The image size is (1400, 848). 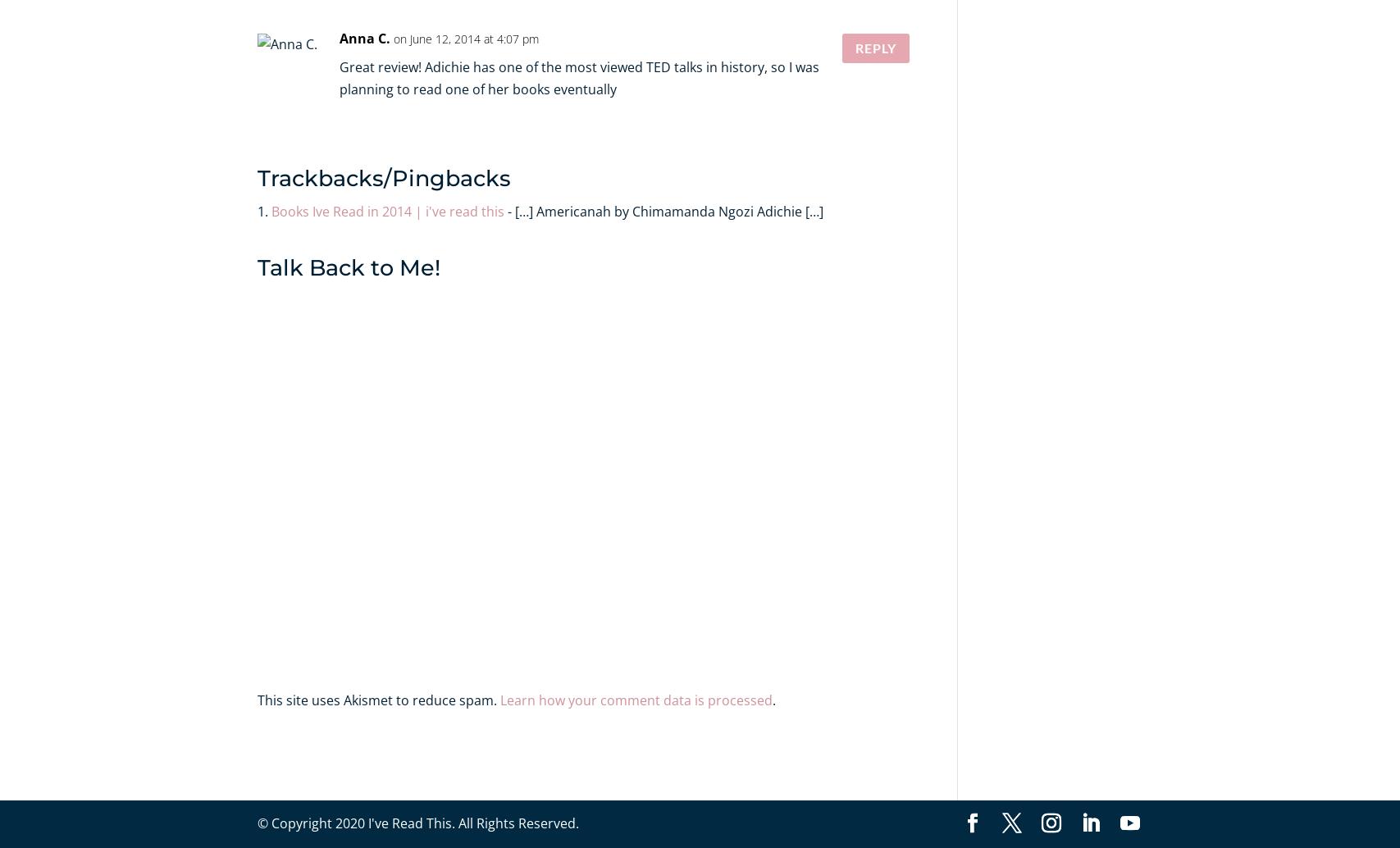 What do you see at coordinates (499, 699) in the screenshot?
I see `'Learn how your comment data is processed'` at bounding box center [499, 699].